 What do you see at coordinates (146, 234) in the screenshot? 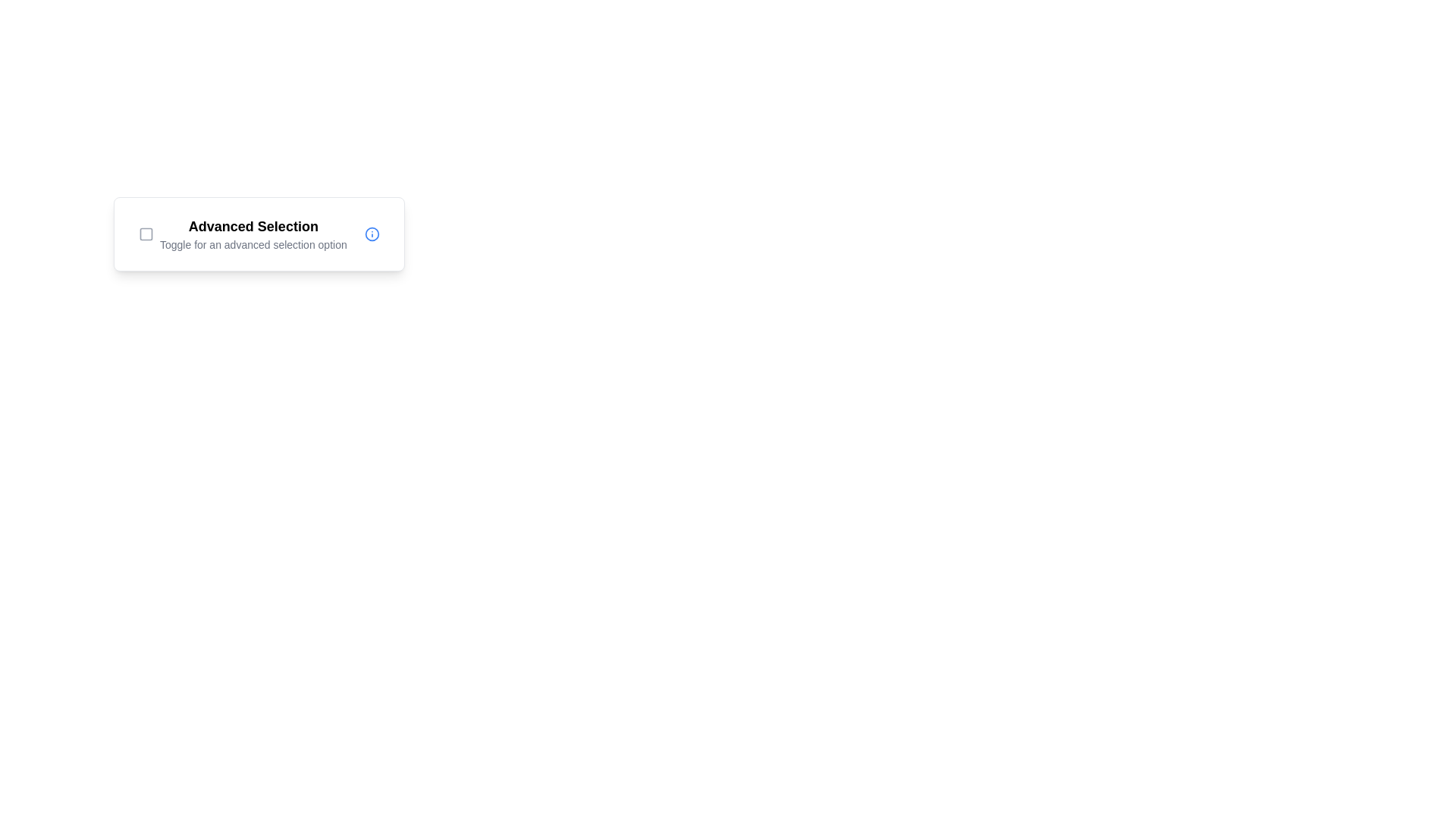
I see `the decorative icon located to the left of the 'Advanced Selection' text, which serves as a visual representation of selection` at bounding box center [146, 234].